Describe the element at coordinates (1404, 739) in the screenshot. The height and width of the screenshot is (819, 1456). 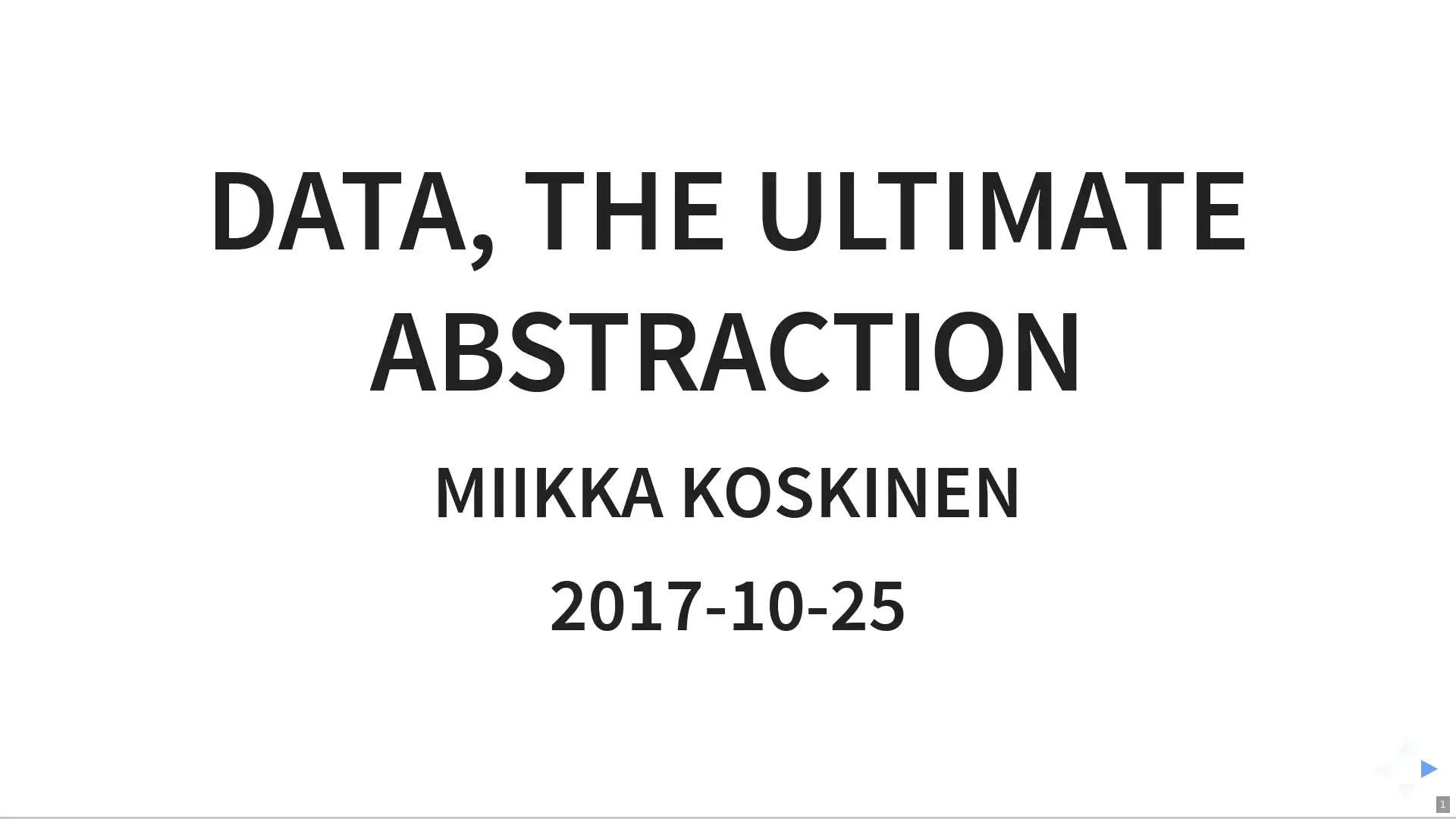
I see `above slide` at that location.